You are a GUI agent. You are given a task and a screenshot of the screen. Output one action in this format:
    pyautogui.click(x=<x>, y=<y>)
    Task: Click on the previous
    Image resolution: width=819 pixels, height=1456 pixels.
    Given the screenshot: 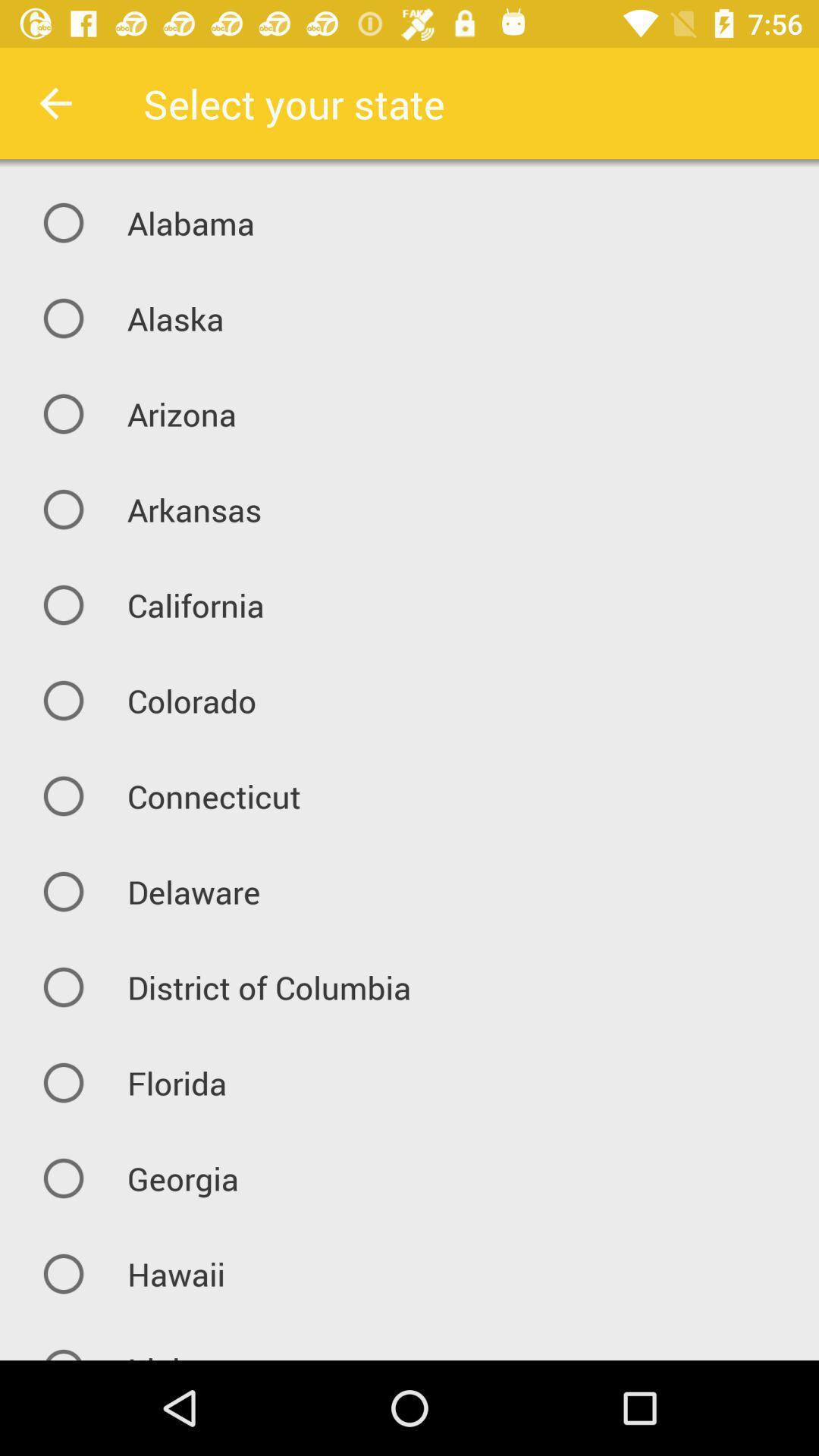 What is the action you would take?
    pyautogui.click(x=55, y=102)
    